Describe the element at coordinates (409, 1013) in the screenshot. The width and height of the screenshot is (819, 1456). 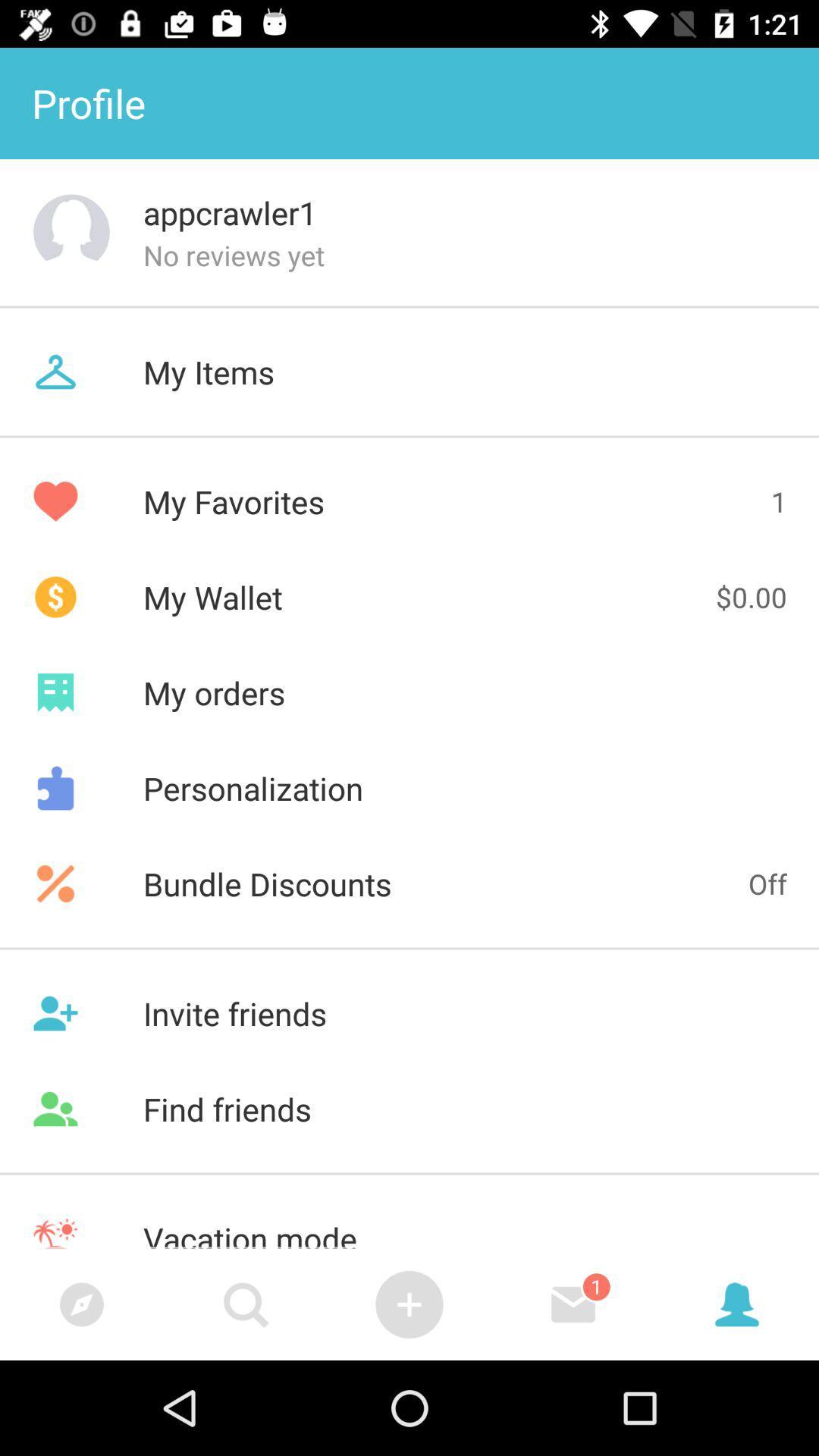
I see `item above find friends icon` at that location.